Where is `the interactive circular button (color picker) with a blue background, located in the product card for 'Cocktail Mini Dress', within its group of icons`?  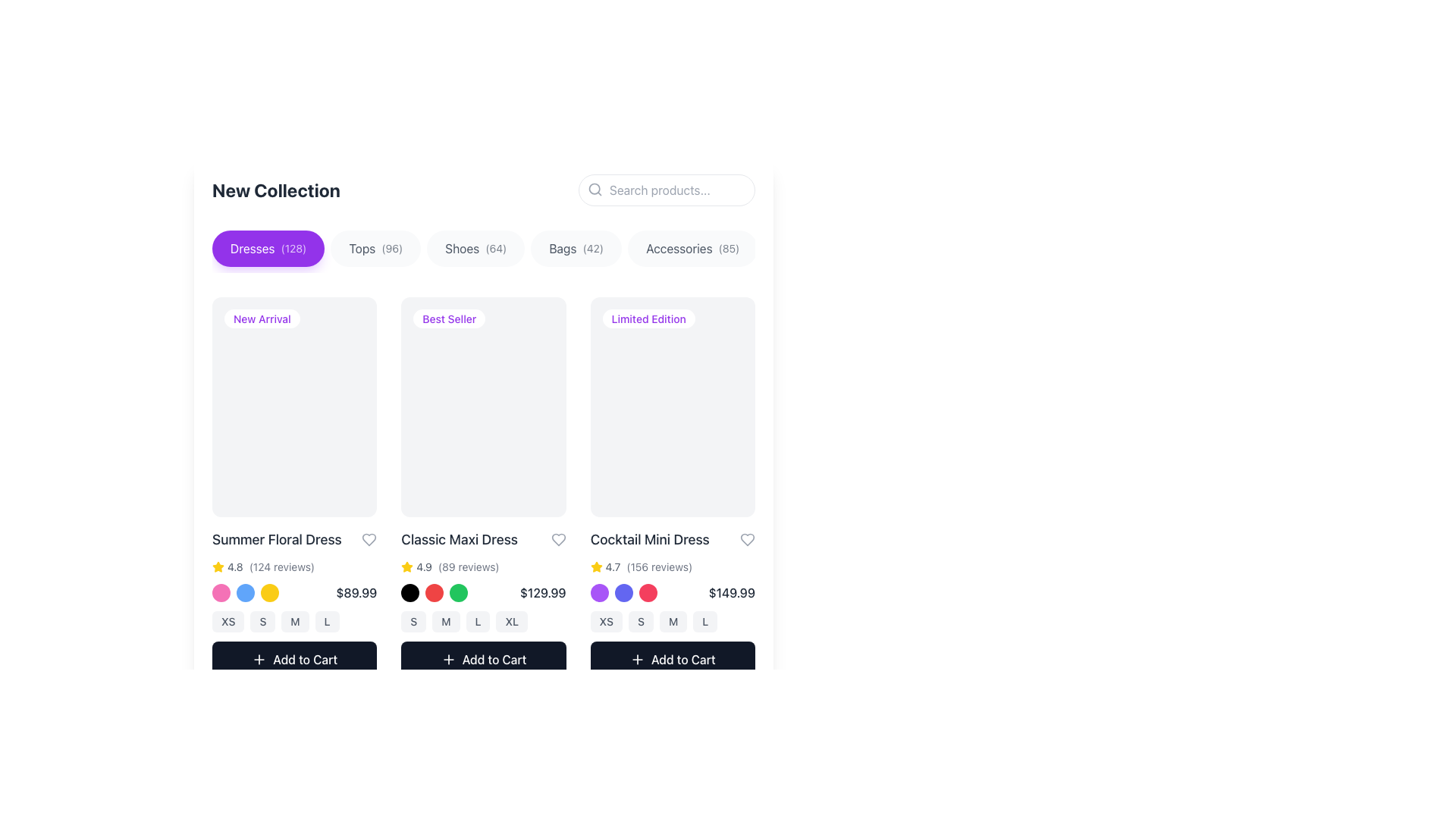 the interactive circular button (color picker) with a blue background, located in the product card for 'Cocktail Mini Dress', within its group of icons is located at coordinates (623, 591).